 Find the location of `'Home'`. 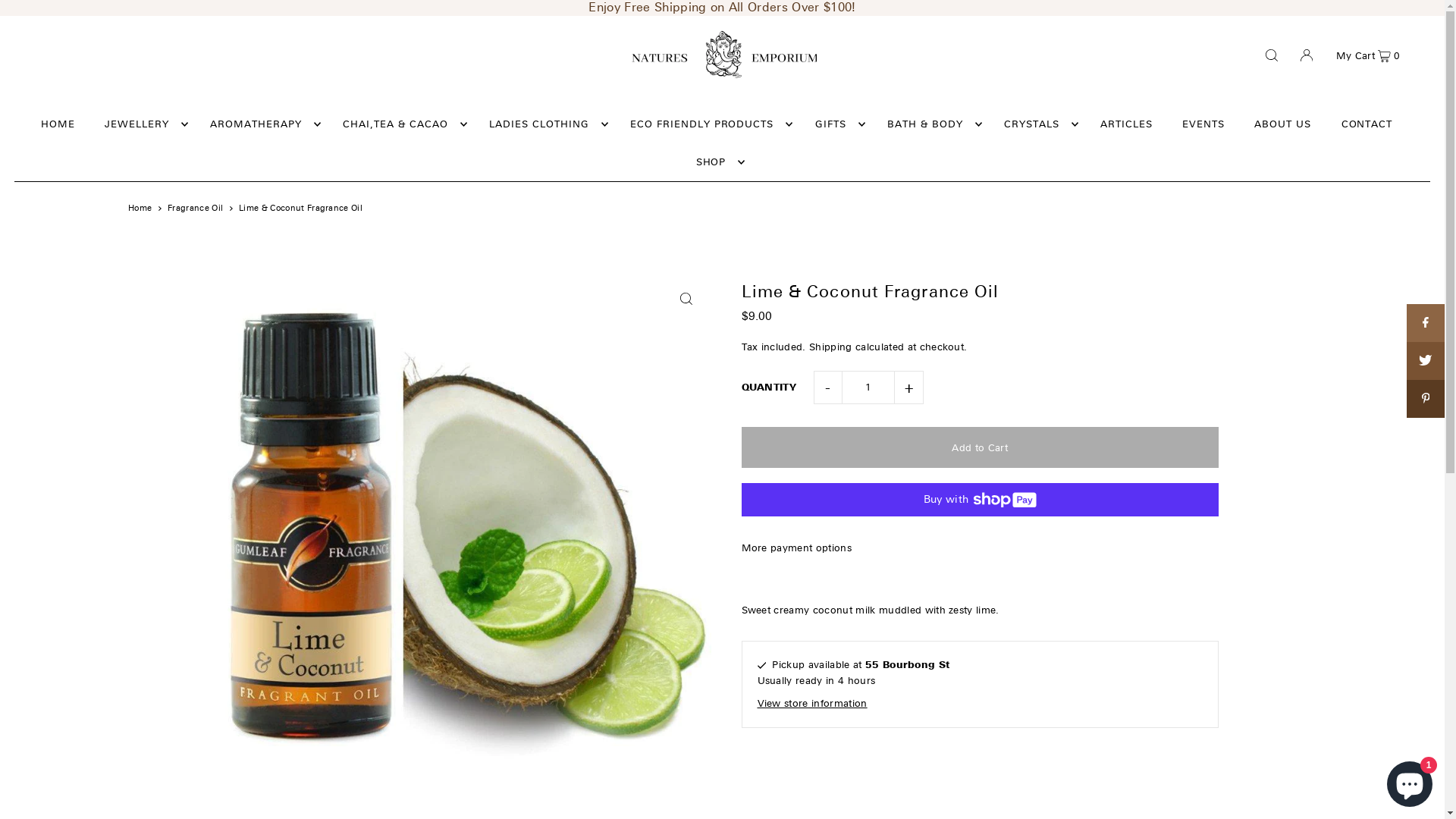

'Home' is located at coordinates (140, 208).